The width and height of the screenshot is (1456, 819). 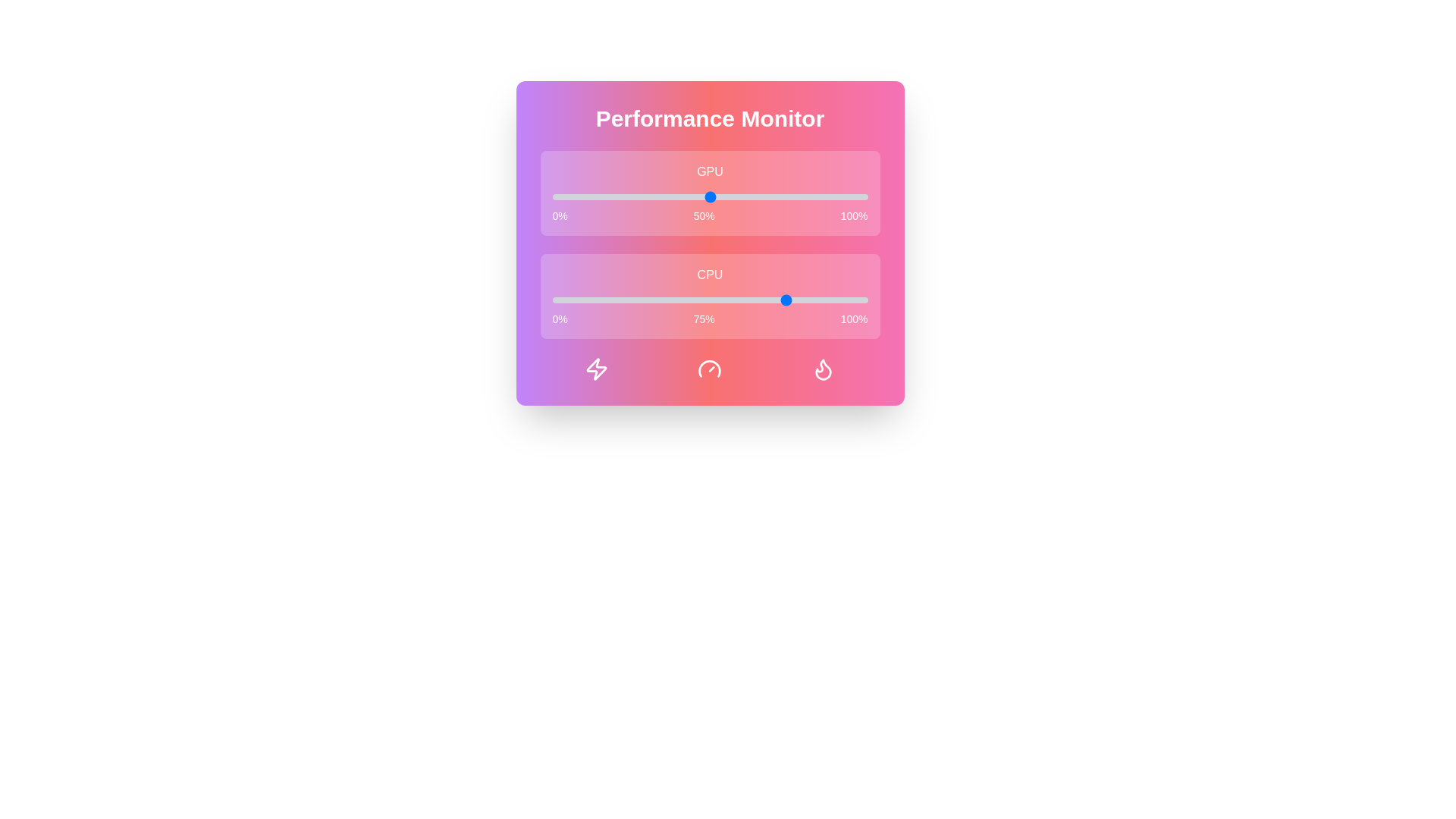 I want to click on the CPU performance slider to 76%, so click(x=791, y=300).